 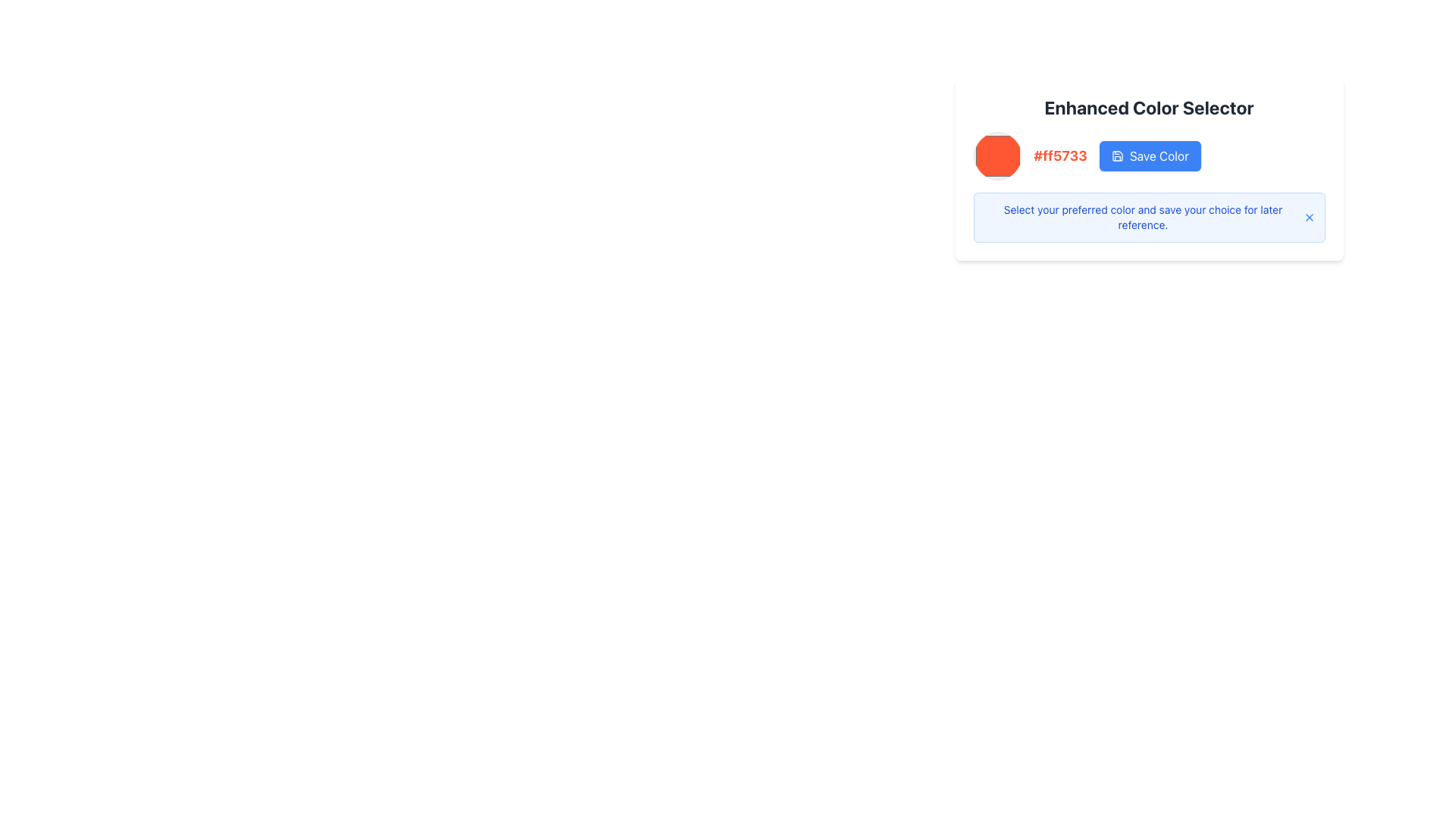 I want to click on the informational message box located below the 'Save Color' button, which provides guidance on selecting and saving a preferred color, so click(x=1149, y=217).